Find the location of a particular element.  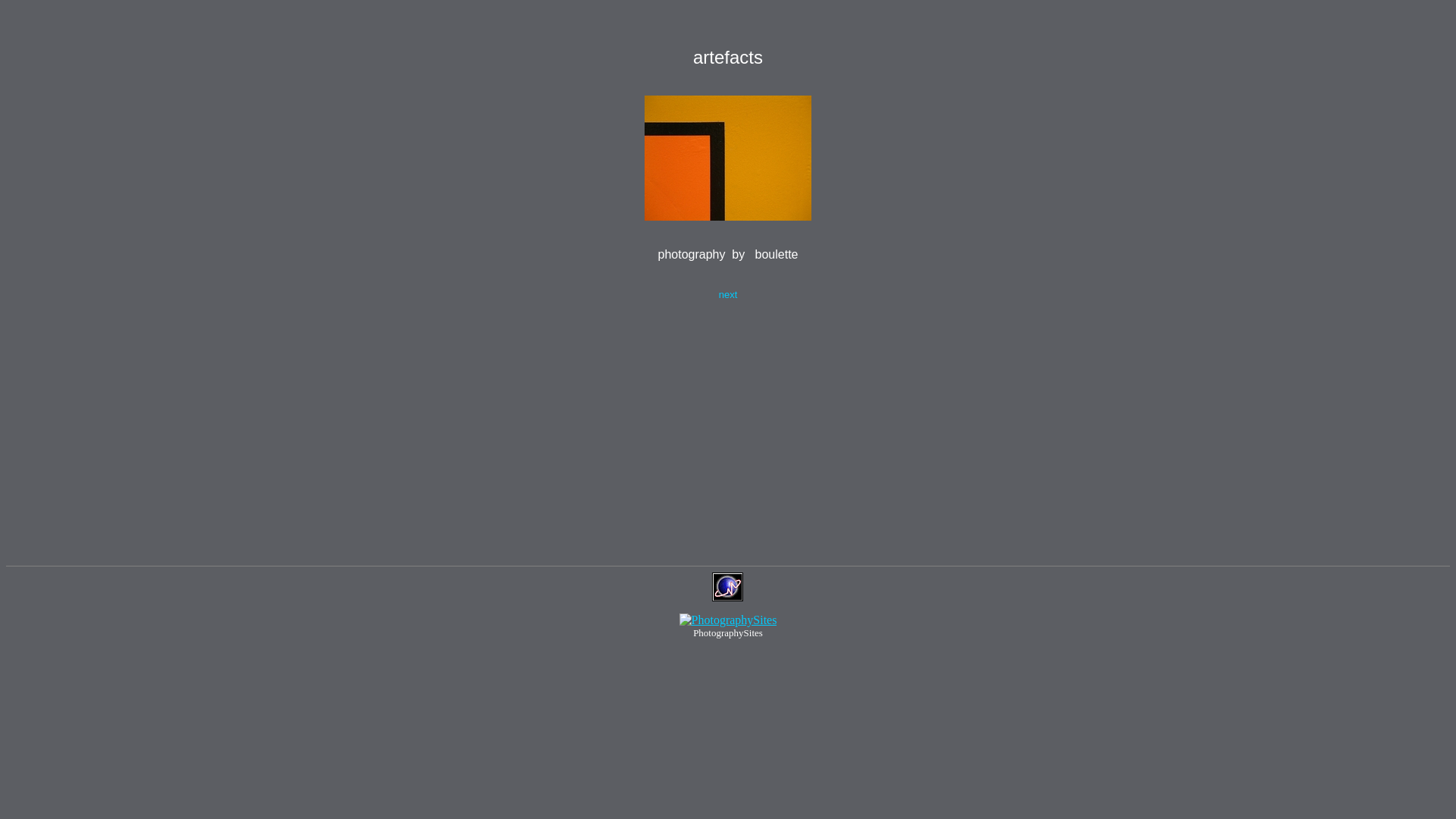

'next' is located at coordinates (728, 294).